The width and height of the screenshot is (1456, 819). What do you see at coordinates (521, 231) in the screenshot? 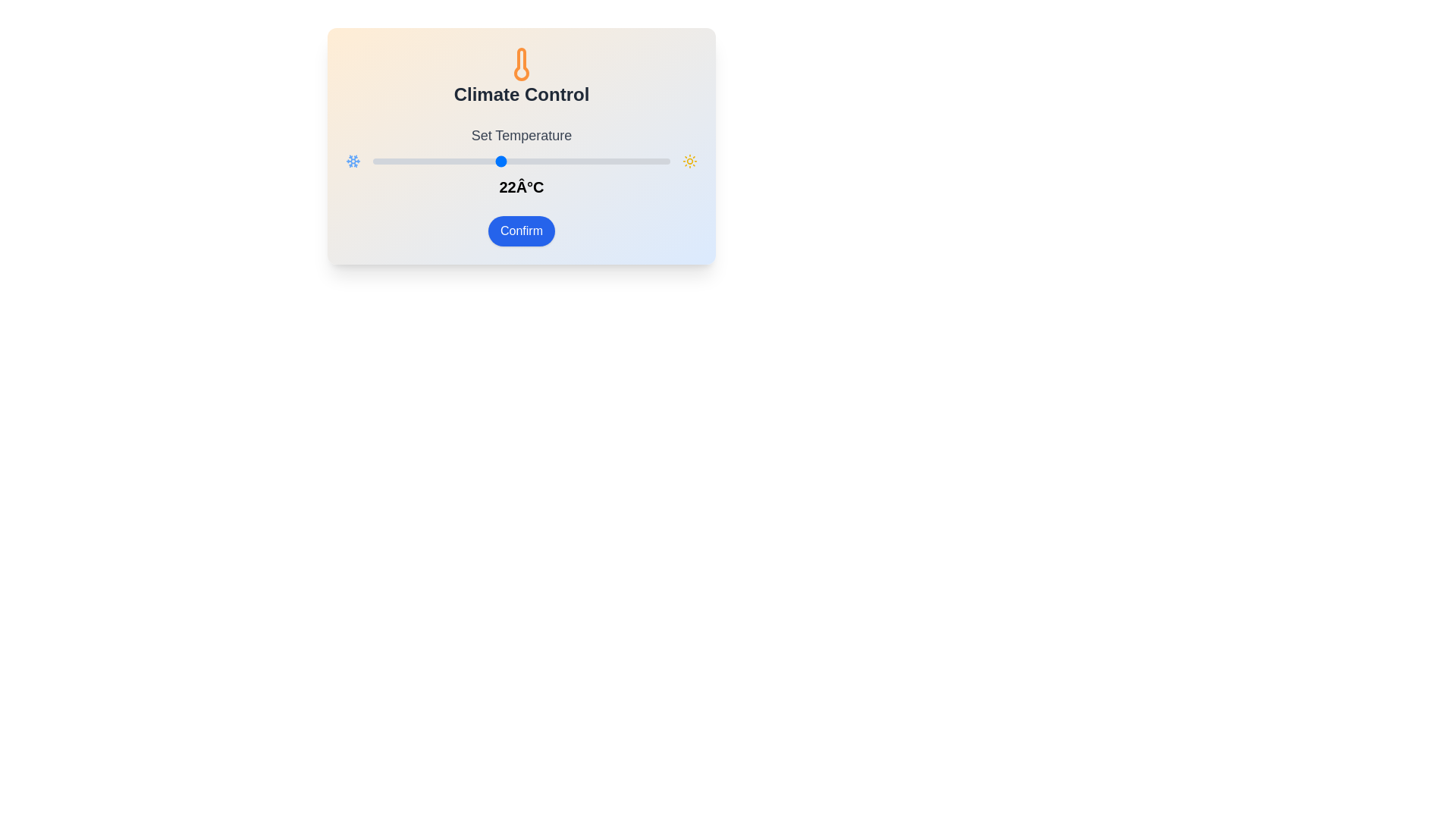
I see `confirm button to finalize the temperature setting` at bounding box center [521, 231].